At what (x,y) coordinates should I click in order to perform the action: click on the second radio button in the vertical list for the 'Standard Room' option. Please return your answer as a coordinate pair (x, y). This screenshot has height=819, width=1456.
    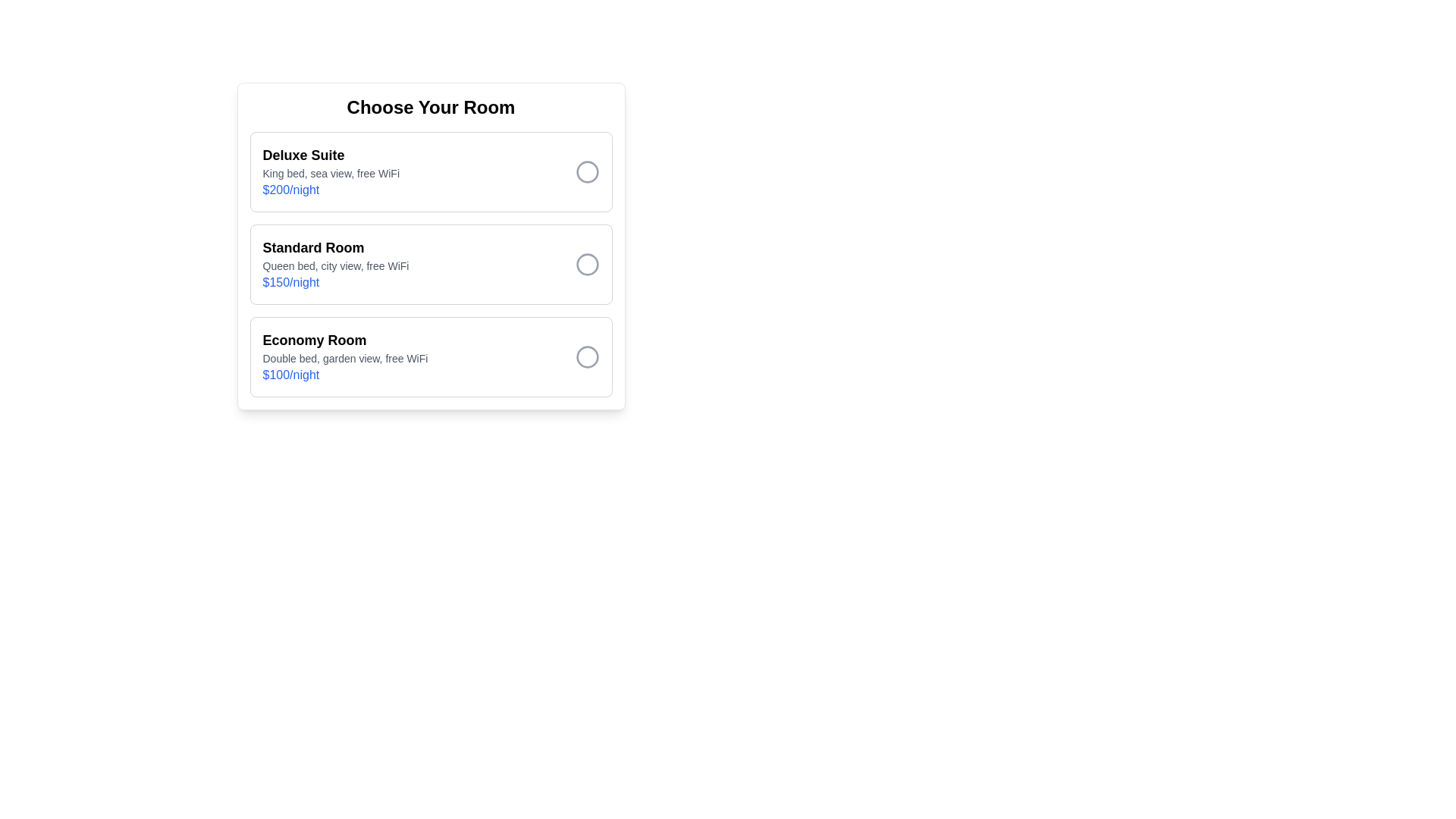
    Looking at the image, I should click on (586, 263).